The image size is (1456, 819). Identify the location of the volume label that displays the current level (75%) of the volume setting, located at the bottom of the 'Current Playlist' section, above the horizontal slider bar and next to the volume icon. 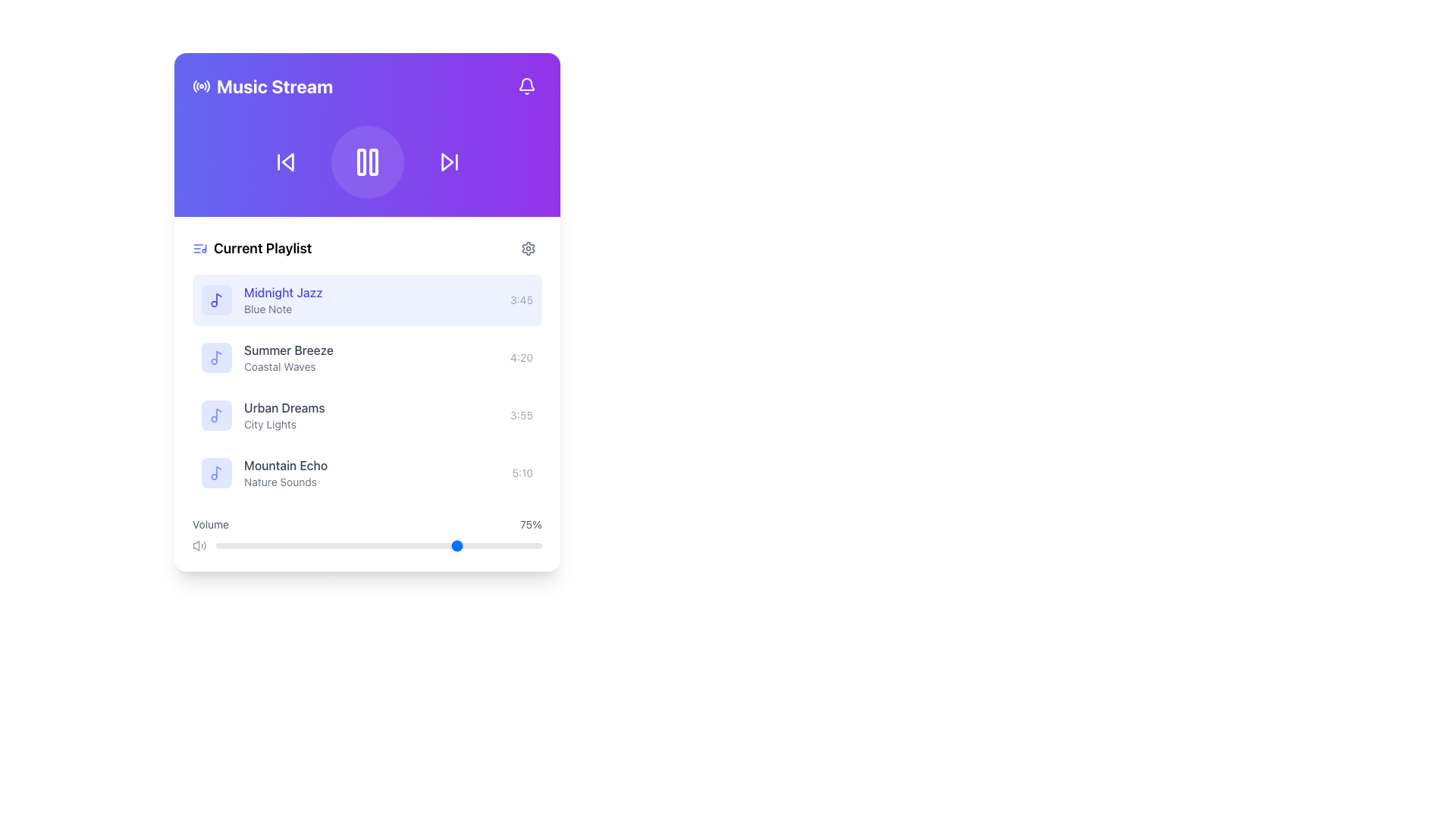
(367, 523).